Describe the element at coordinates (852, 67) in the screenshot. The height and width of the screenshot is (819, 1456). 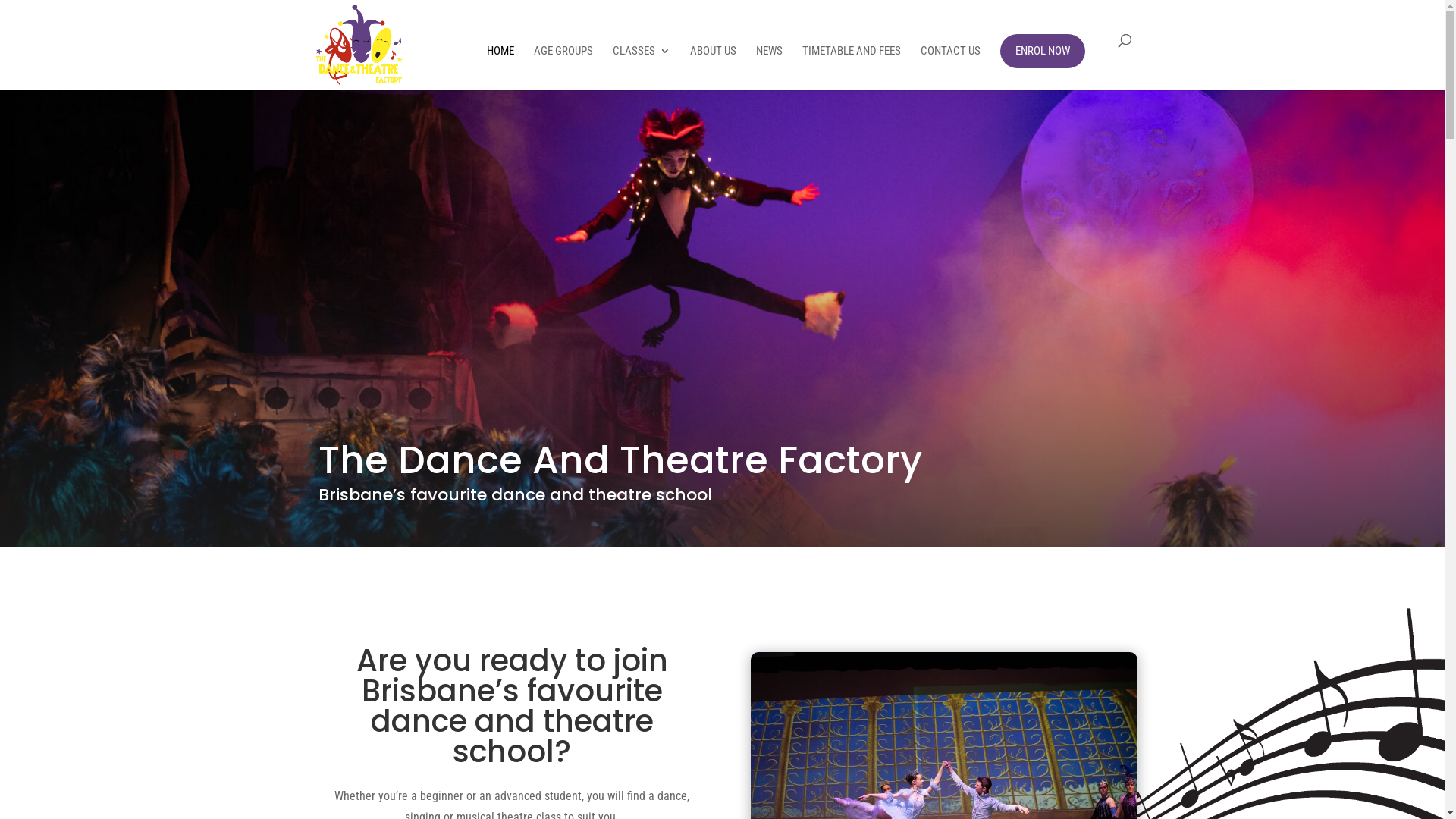
I see `'TIMETABLE AND FEES'` at that location.